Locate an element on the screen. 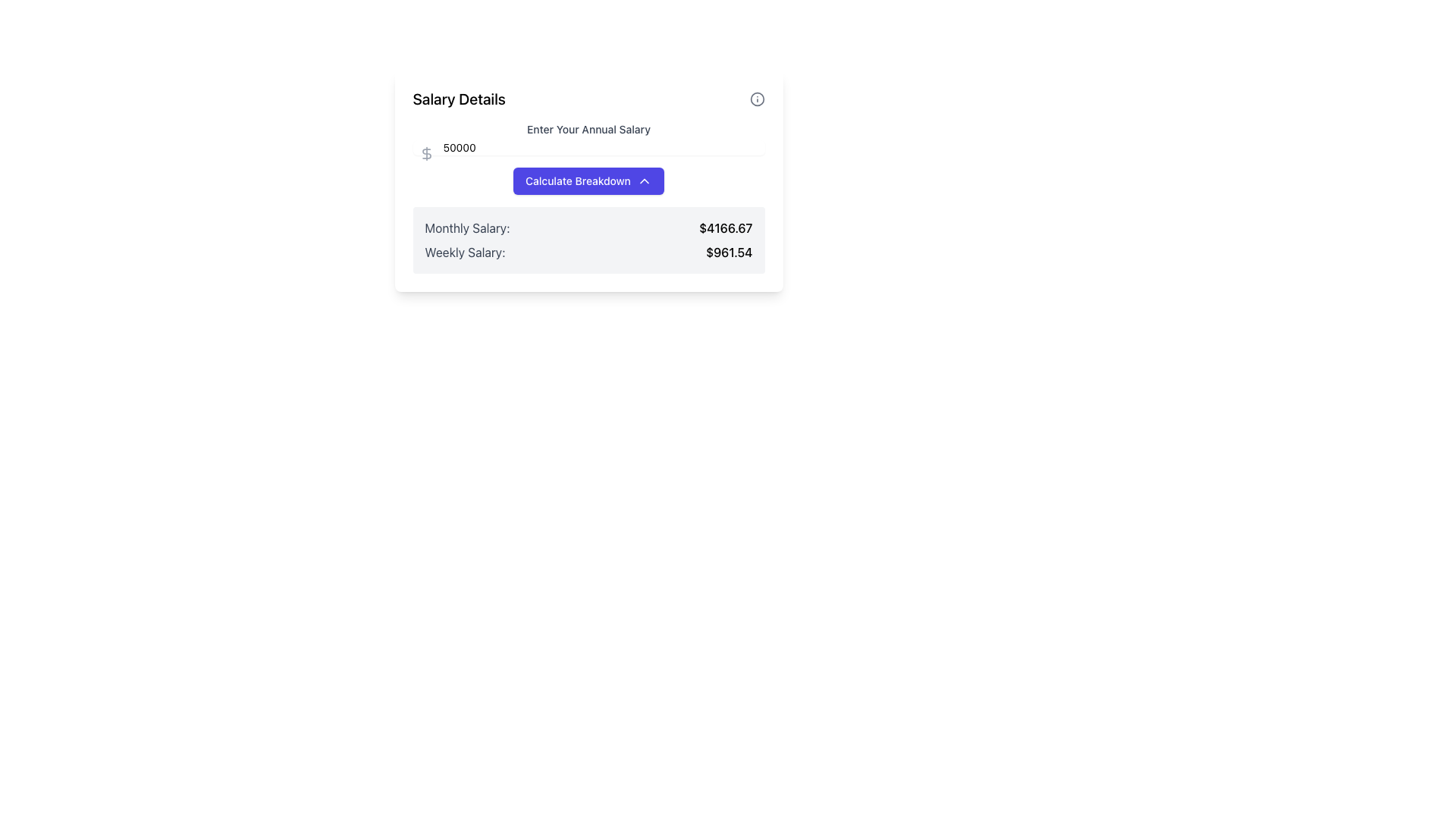 The width and height of the screenshot is (1456, 819). the Static Text displaying the calculated monthly salary, which is located to the immediate right of the 'Monthly Salary:' label and near the bottom right corner of the salary calculation section is located at coordinates (725, 227).